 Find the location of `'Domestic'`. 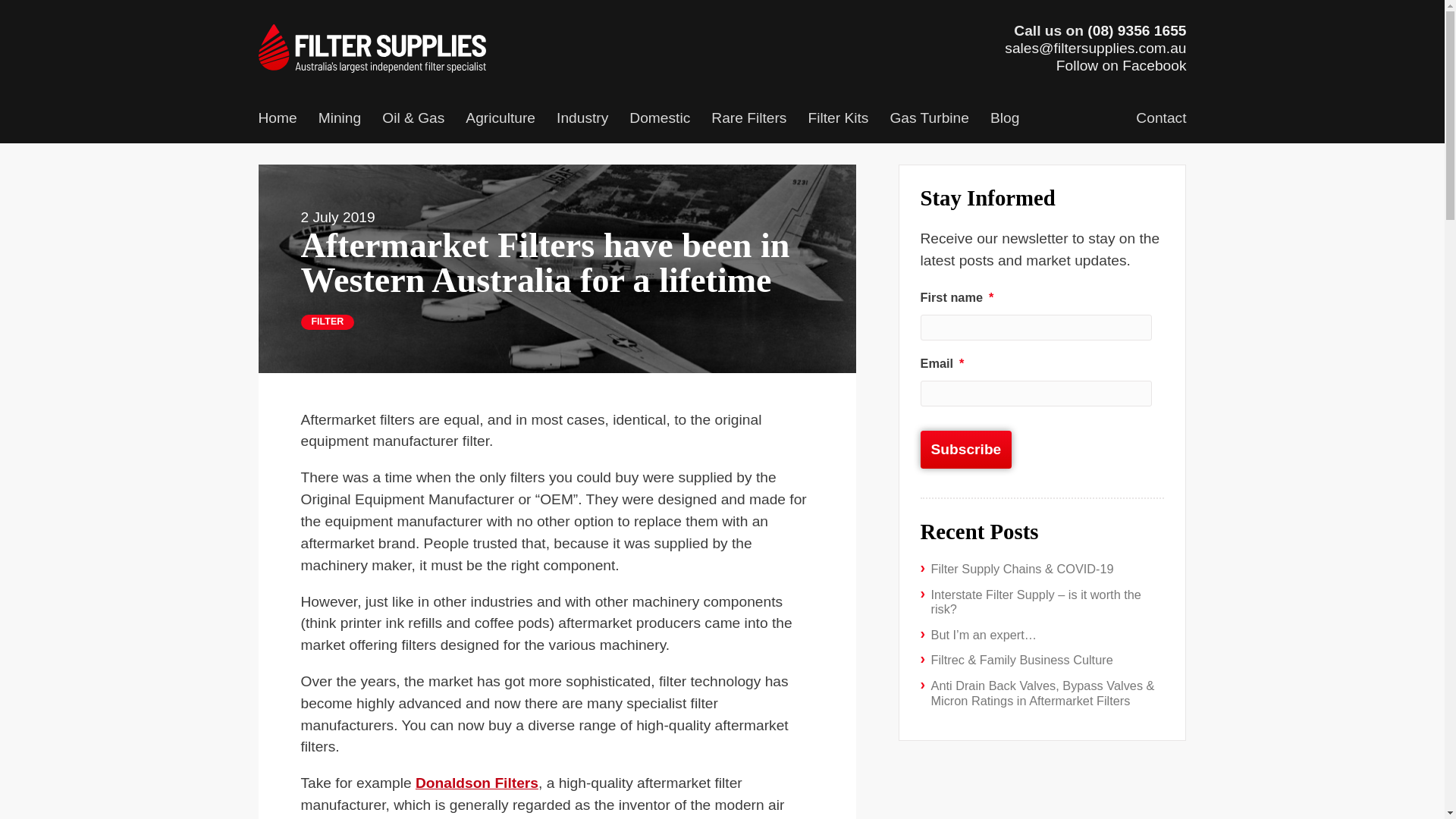

'Domestic' is located at coordinates (659, 119).